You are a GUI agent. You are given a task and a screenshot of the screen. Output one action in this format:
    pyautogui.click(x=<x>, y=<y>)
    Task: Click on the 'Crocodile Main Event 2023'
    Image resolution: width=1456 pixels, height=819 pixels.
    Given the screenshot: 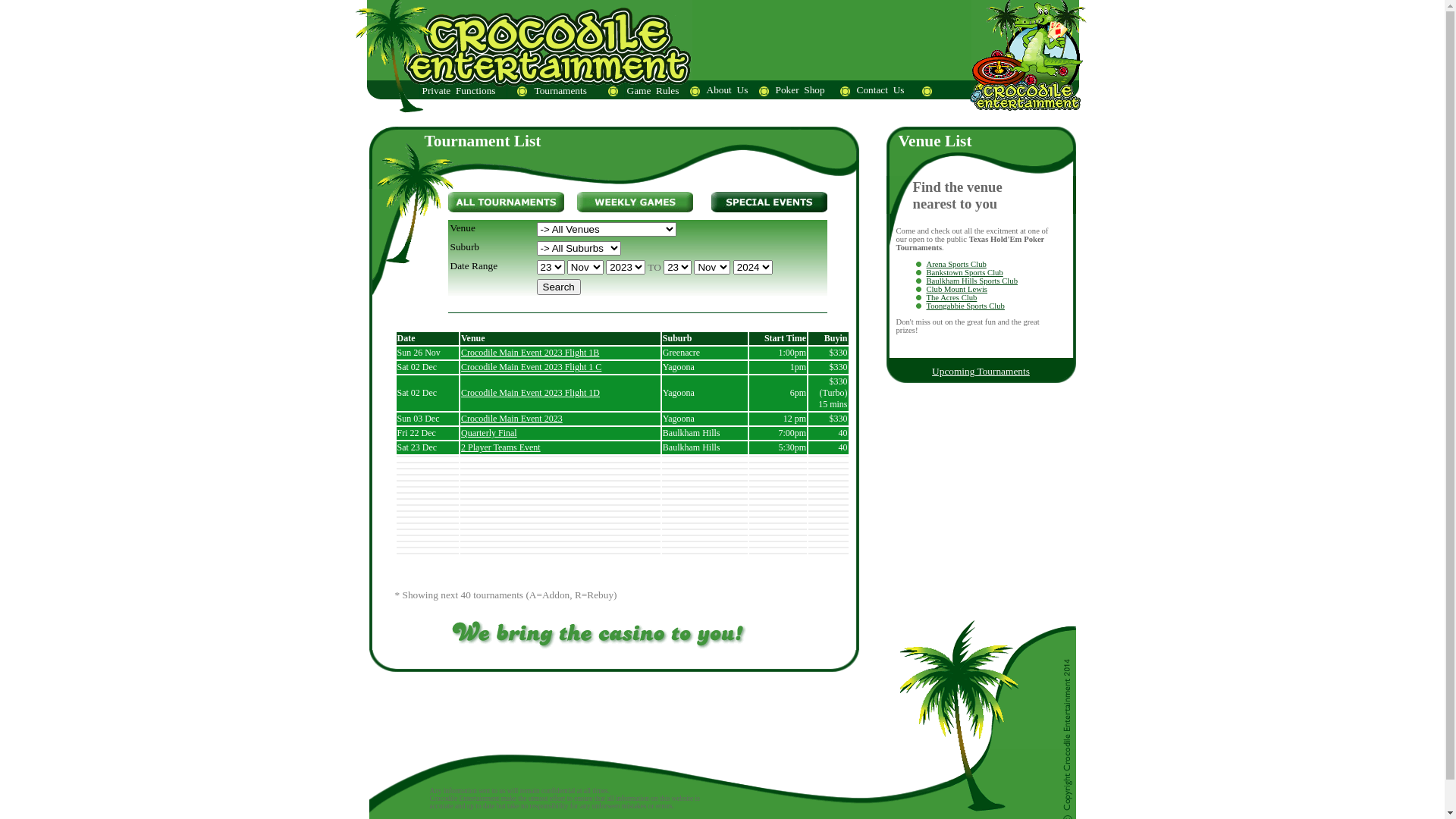 What is the action you would take?
    pyautogui.click(x=512, y=418)
    